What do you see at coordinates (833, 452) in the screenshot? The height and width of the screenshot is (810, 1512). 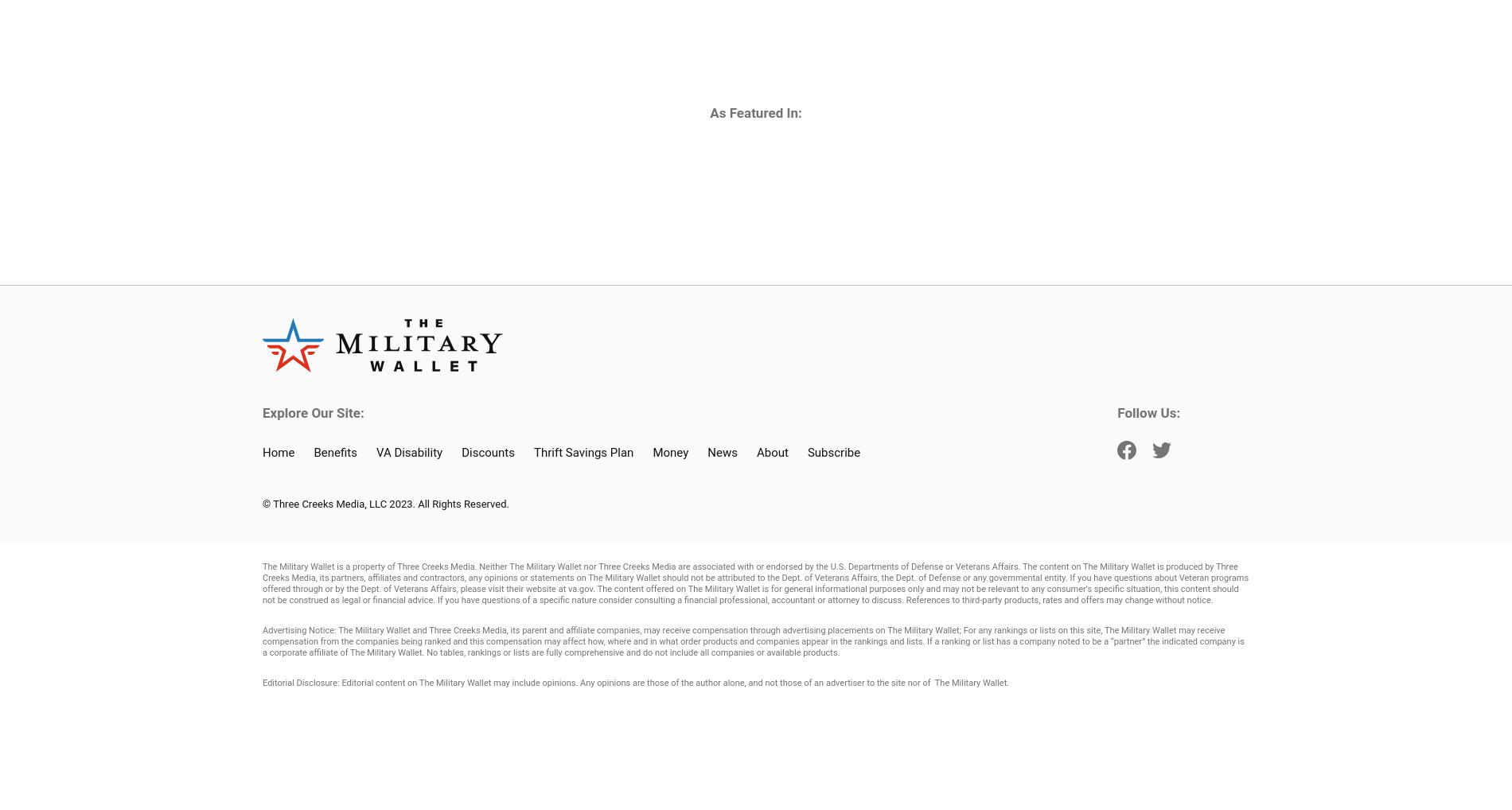 I see `'Subscribe'` at bounding box center [833, 452].